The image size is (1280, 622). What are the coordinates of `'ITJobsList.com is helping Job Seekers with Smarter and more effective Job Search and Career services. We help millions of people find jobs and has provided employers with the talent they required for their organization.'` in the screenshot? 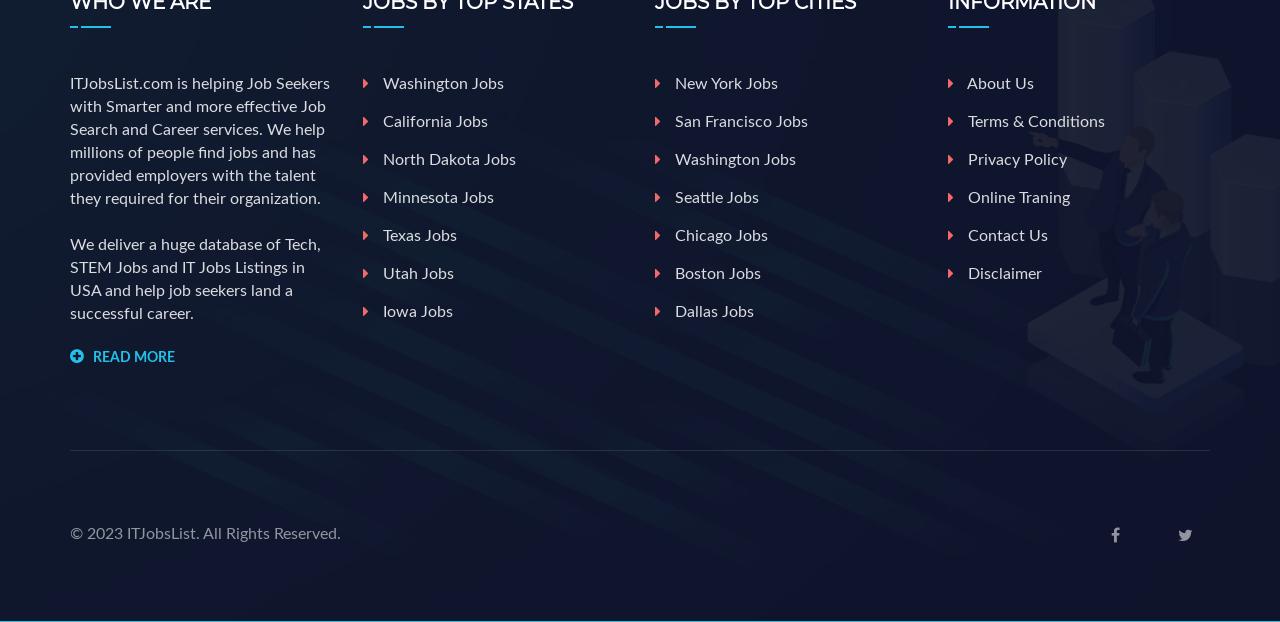 It's located at (199, 140).